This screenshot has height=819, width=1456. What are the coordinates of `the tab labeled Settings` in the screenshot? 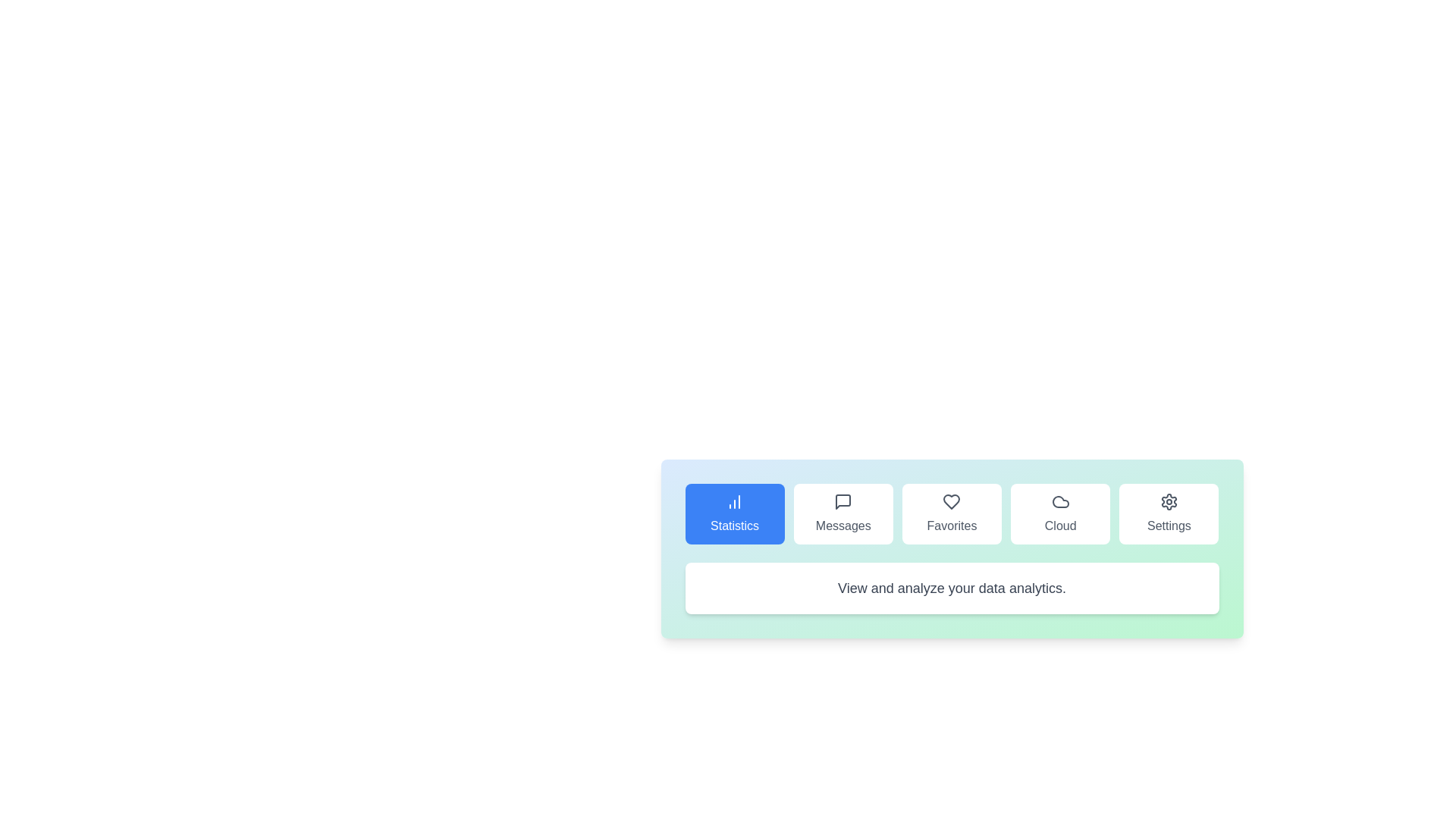 It's located at (1168, 513).